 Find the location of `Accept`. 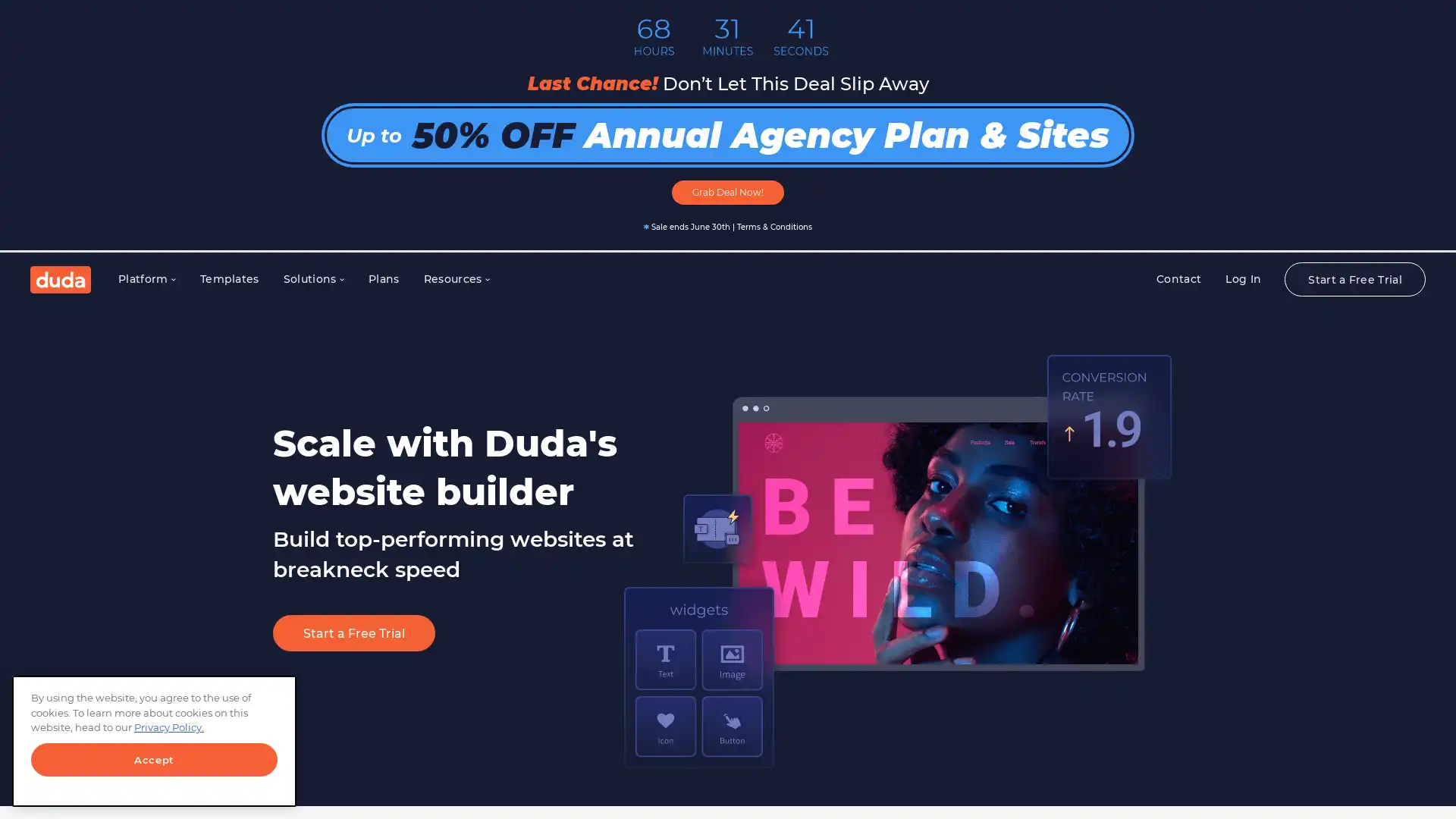

Accept is located at coordinates (154, 760).